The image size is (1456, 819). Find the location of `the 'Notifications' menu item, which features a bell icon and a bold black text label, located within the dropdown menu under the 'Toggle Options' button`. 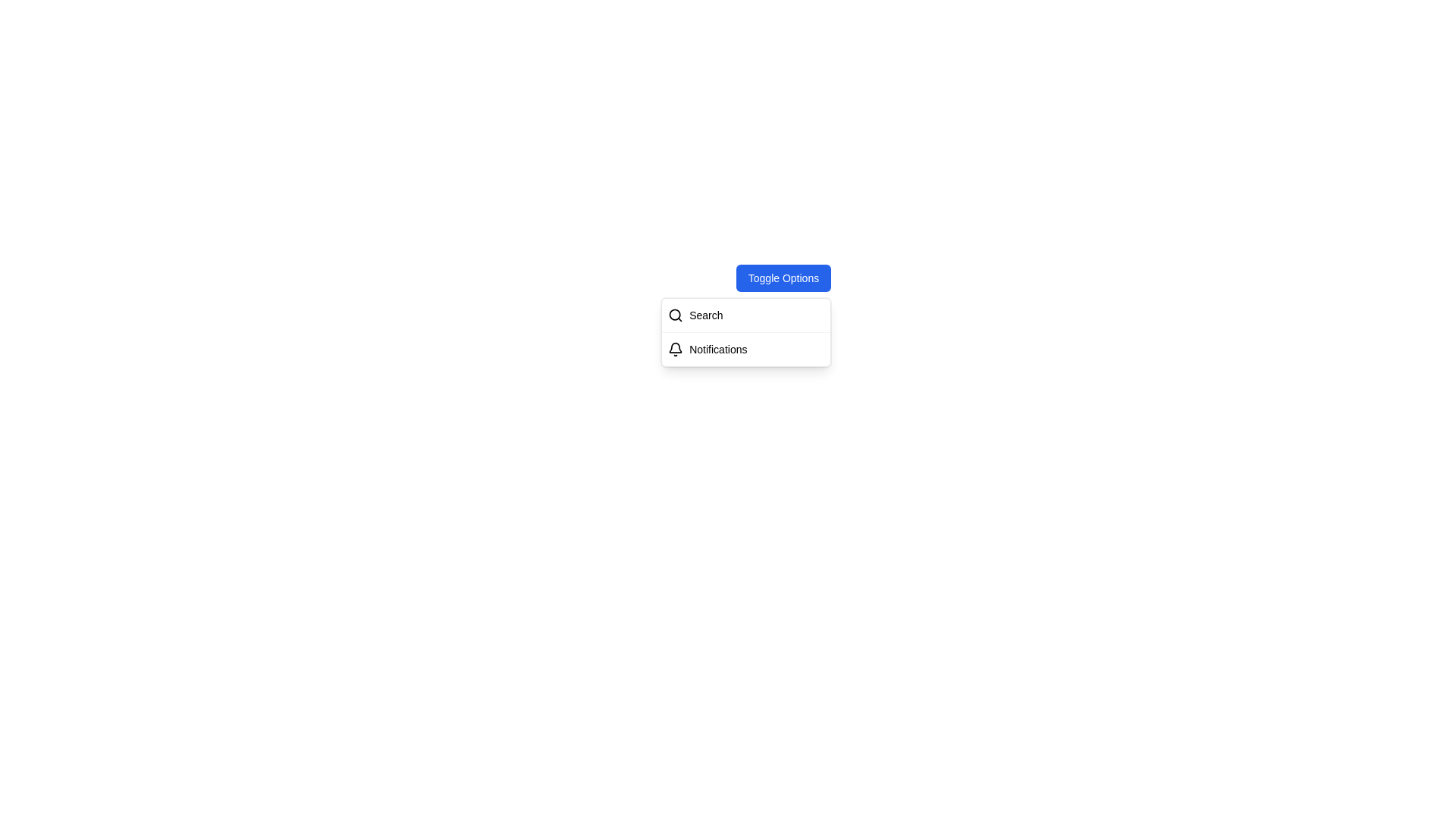

the 'Notifications' menu item, which features a bell icon and a bold black text label, located within the dropdown menu under the 'Toggle Options' button is located at coordinates (746, 350).